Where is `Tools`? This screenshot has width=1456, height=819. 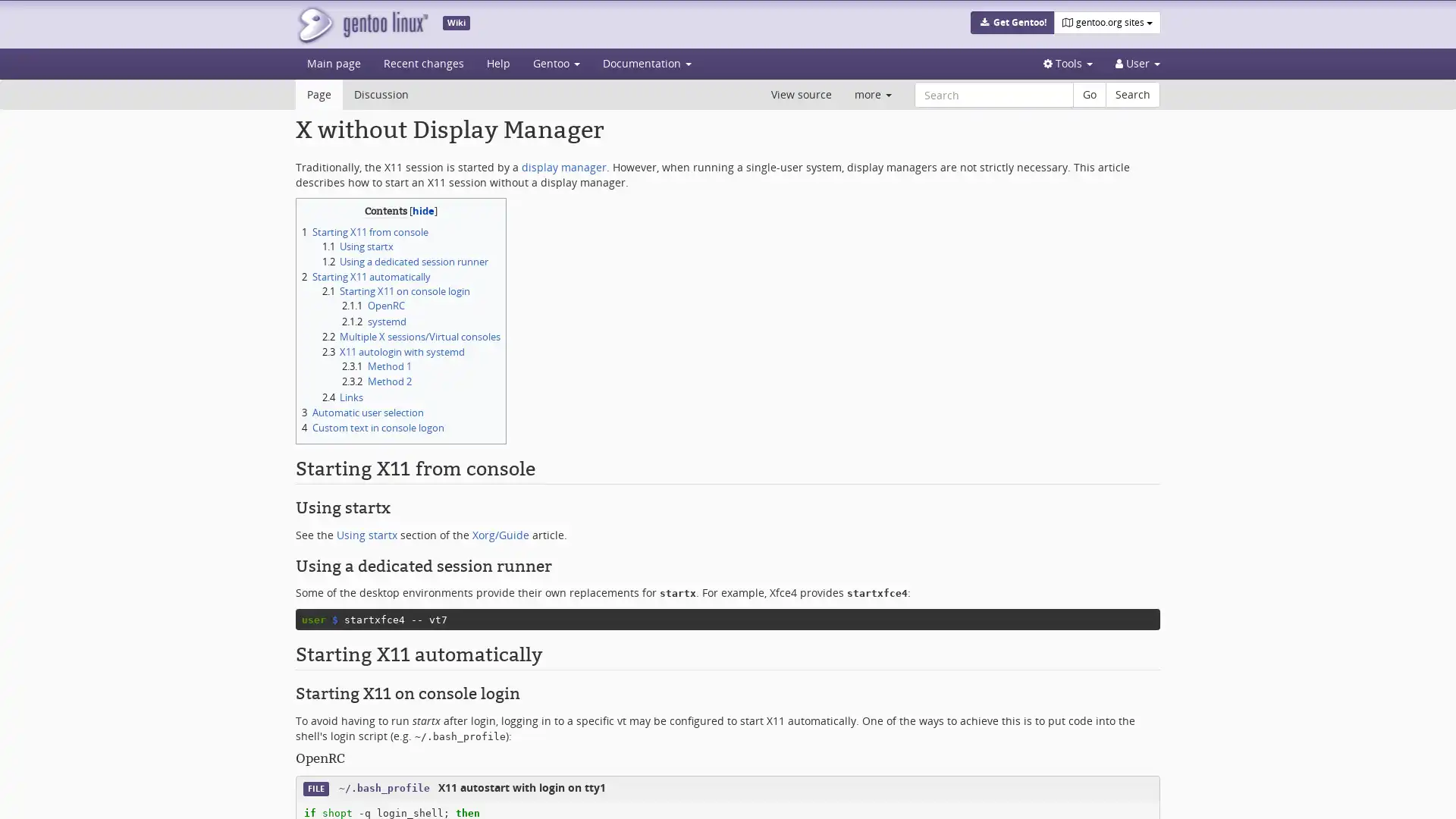
Tools is located at coordinates (1067, 63).